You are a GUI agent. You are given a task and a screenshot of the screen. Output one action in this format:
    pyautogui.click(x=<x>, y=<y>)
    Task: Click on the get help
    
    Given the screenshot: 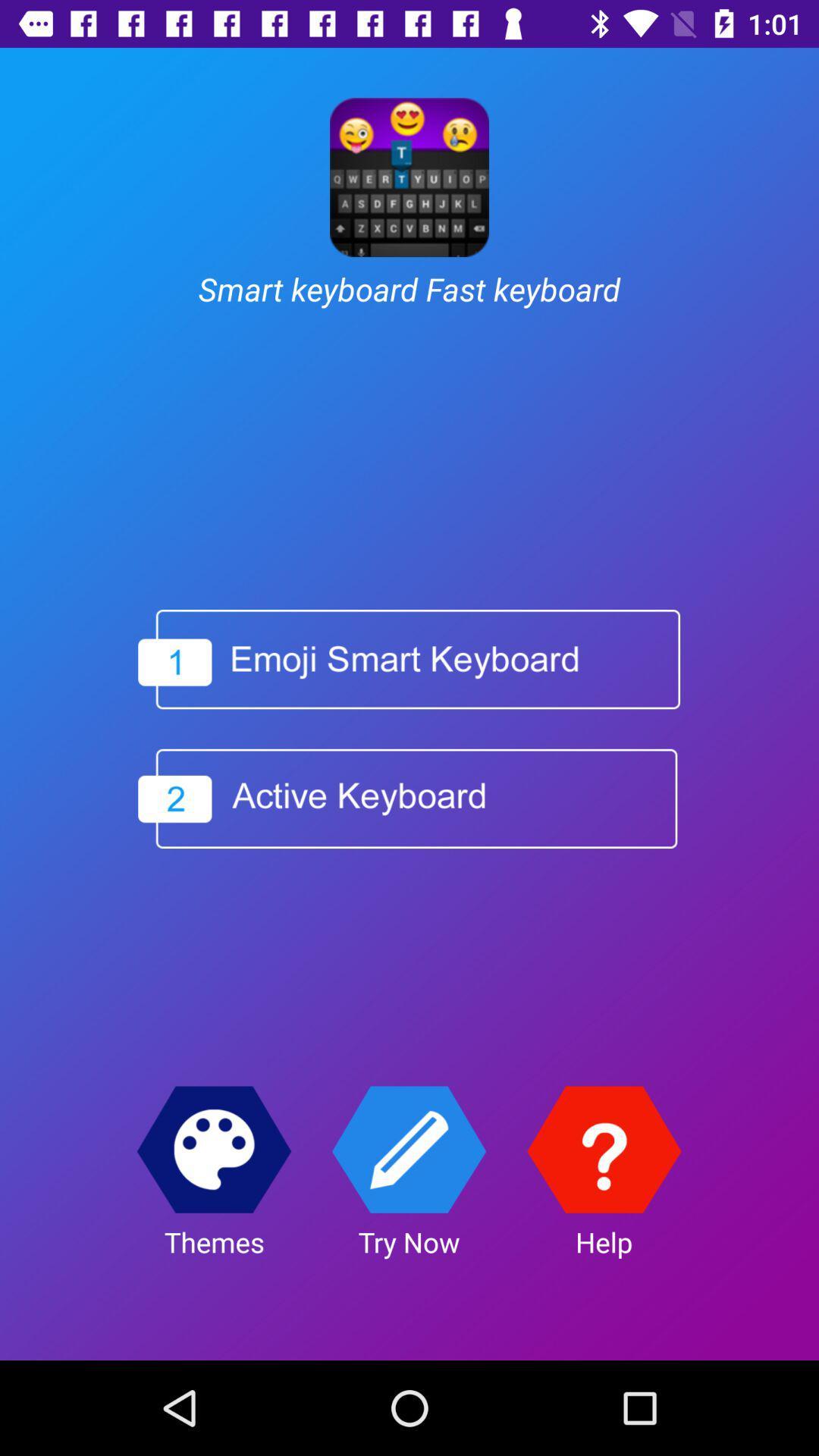 What is the action you would take?
    pyautogui.click(x=603, y=1150)
    